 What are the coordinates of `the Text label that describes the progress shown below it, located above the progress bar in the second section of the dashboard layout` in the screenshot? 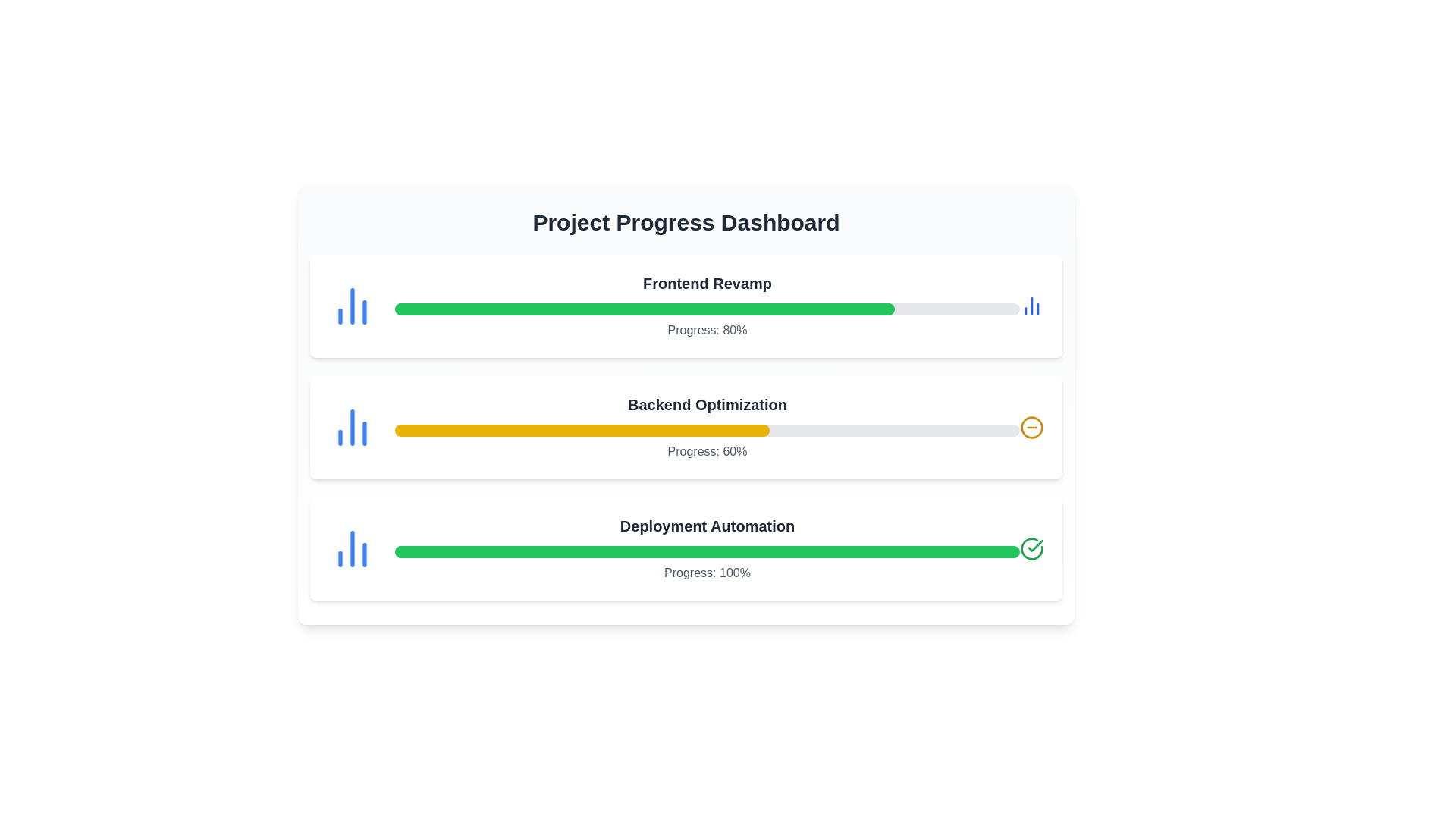 It's located at (706, 403).